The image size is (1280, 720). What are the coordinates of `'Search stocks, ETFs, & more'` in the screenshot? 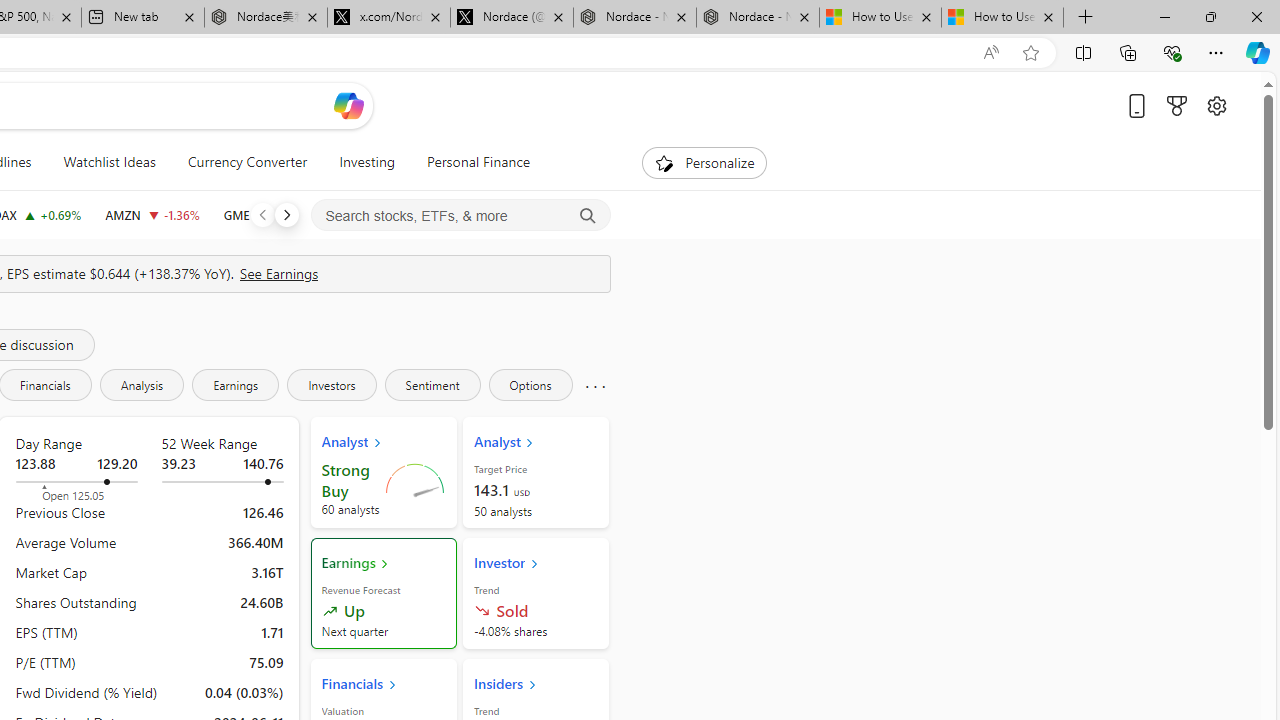 It's located at (460, 216).